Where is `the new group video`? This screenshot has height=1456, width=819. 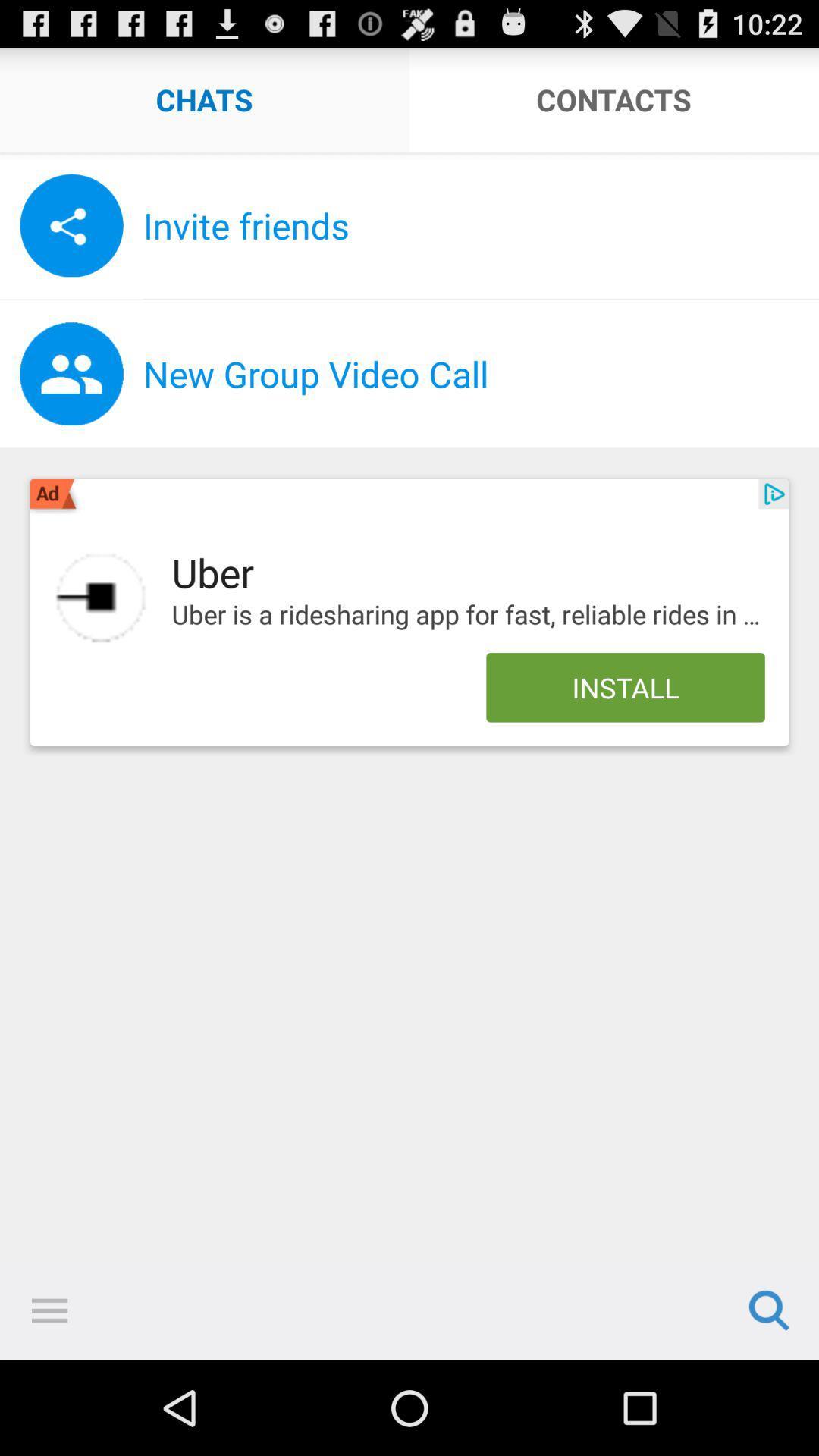 the new group video is located at coordinates (481, 374).